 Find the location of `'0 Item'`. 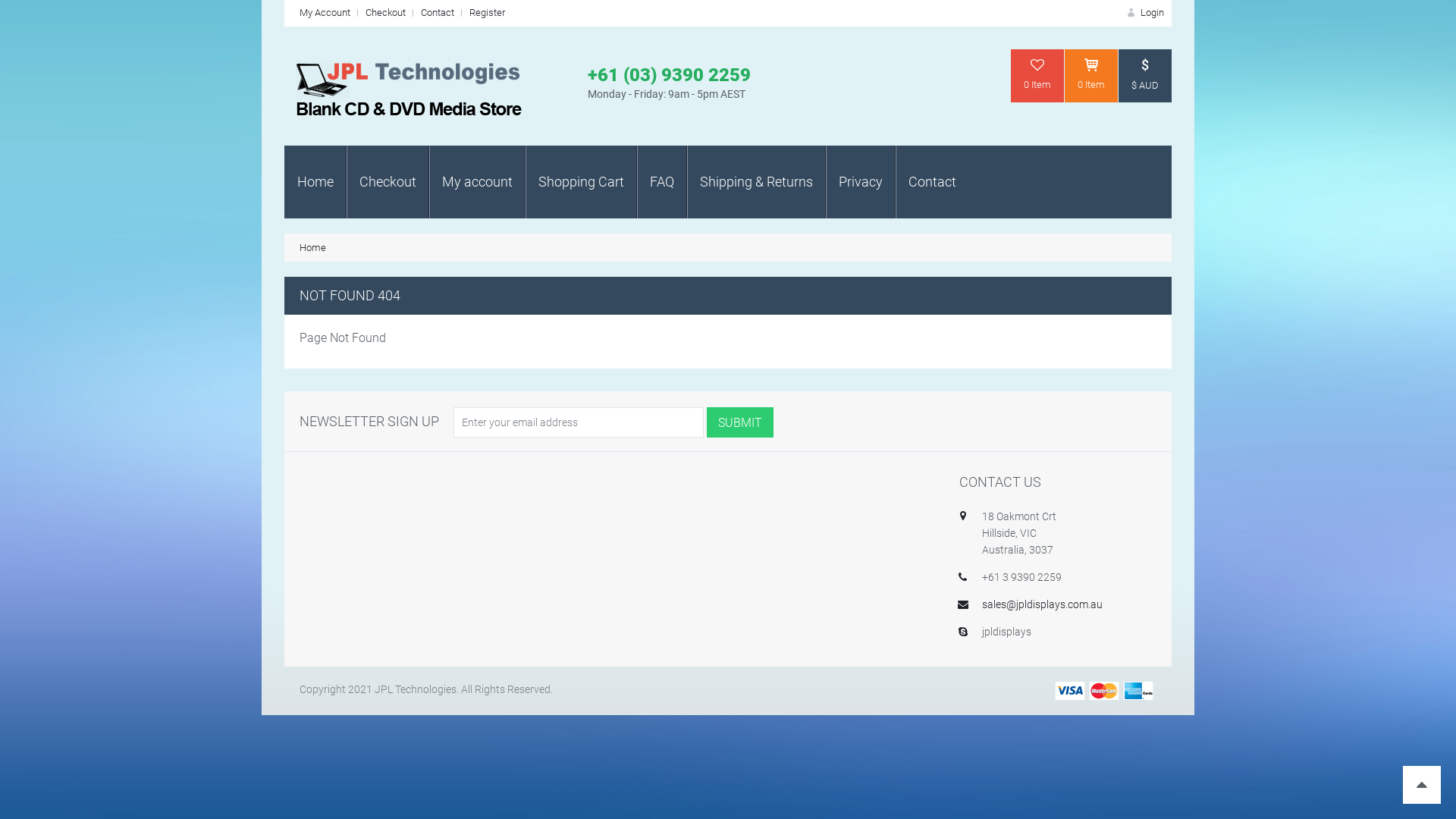

'0 Item' is located at coordinates (1011, 76).